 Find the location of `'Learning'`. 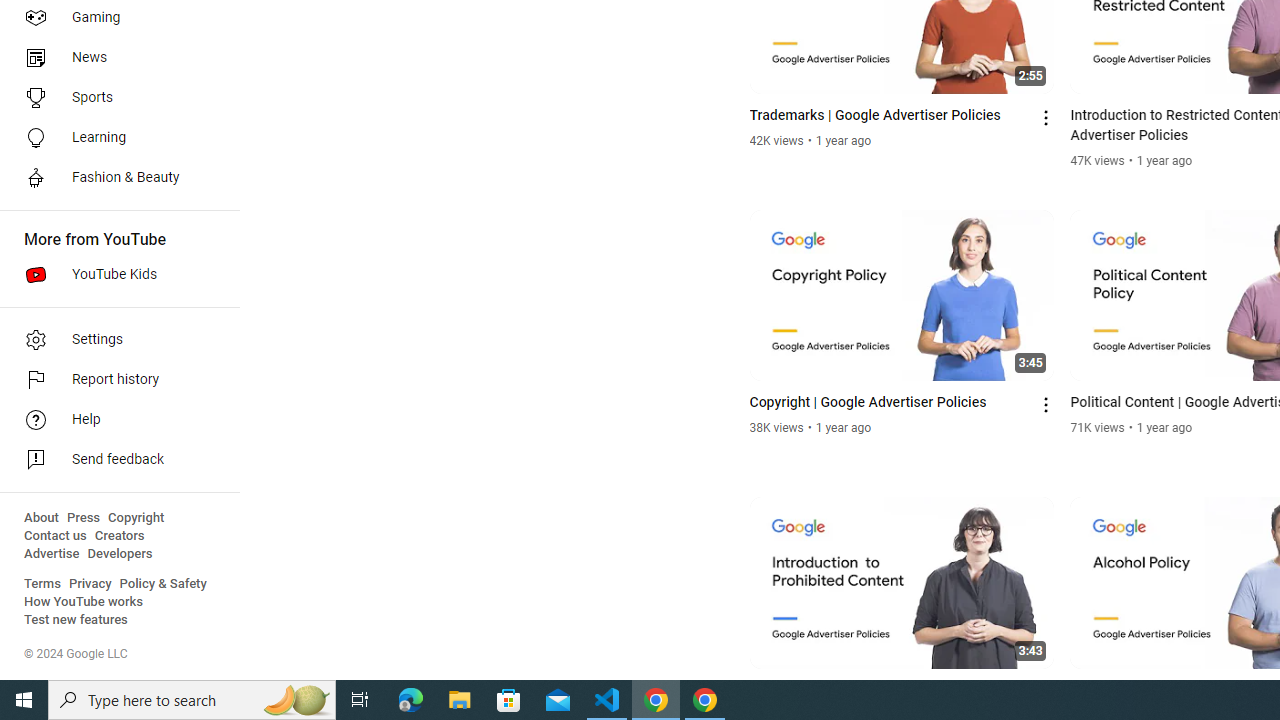

'Learning' is located at coordinates (112, 136).